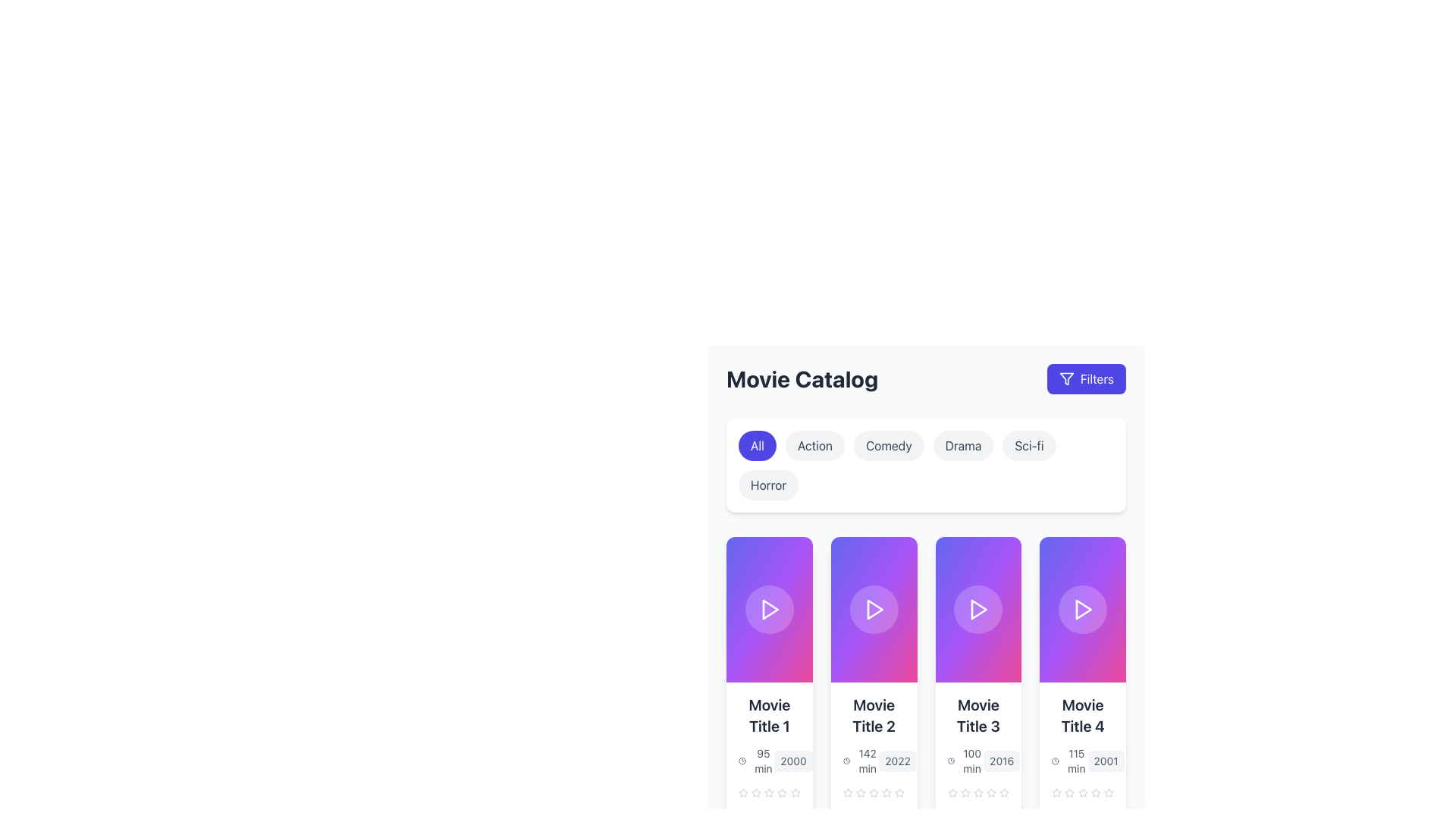  I want to click on the fifth star in the rating section of the movie card for 'Movie Title 2' to give a rating, so click(899, 792).